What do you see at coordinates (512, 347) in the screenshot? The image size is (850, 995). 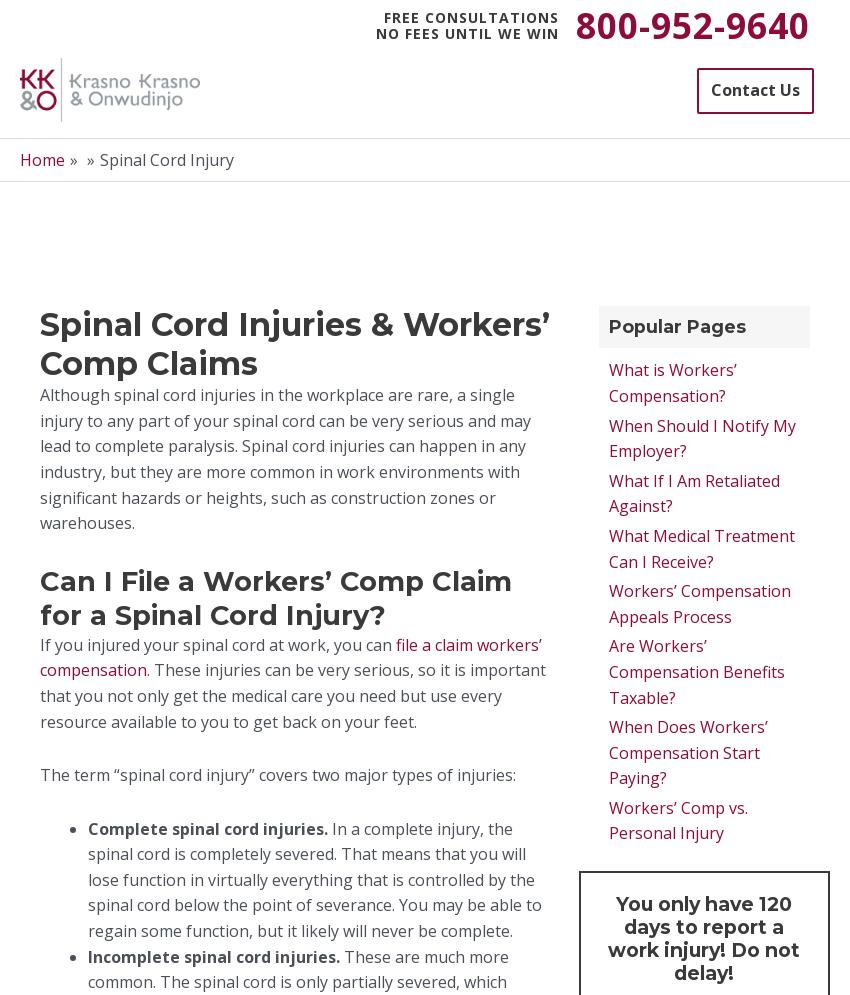 I see `'*'` at bounding box center [512, 347].